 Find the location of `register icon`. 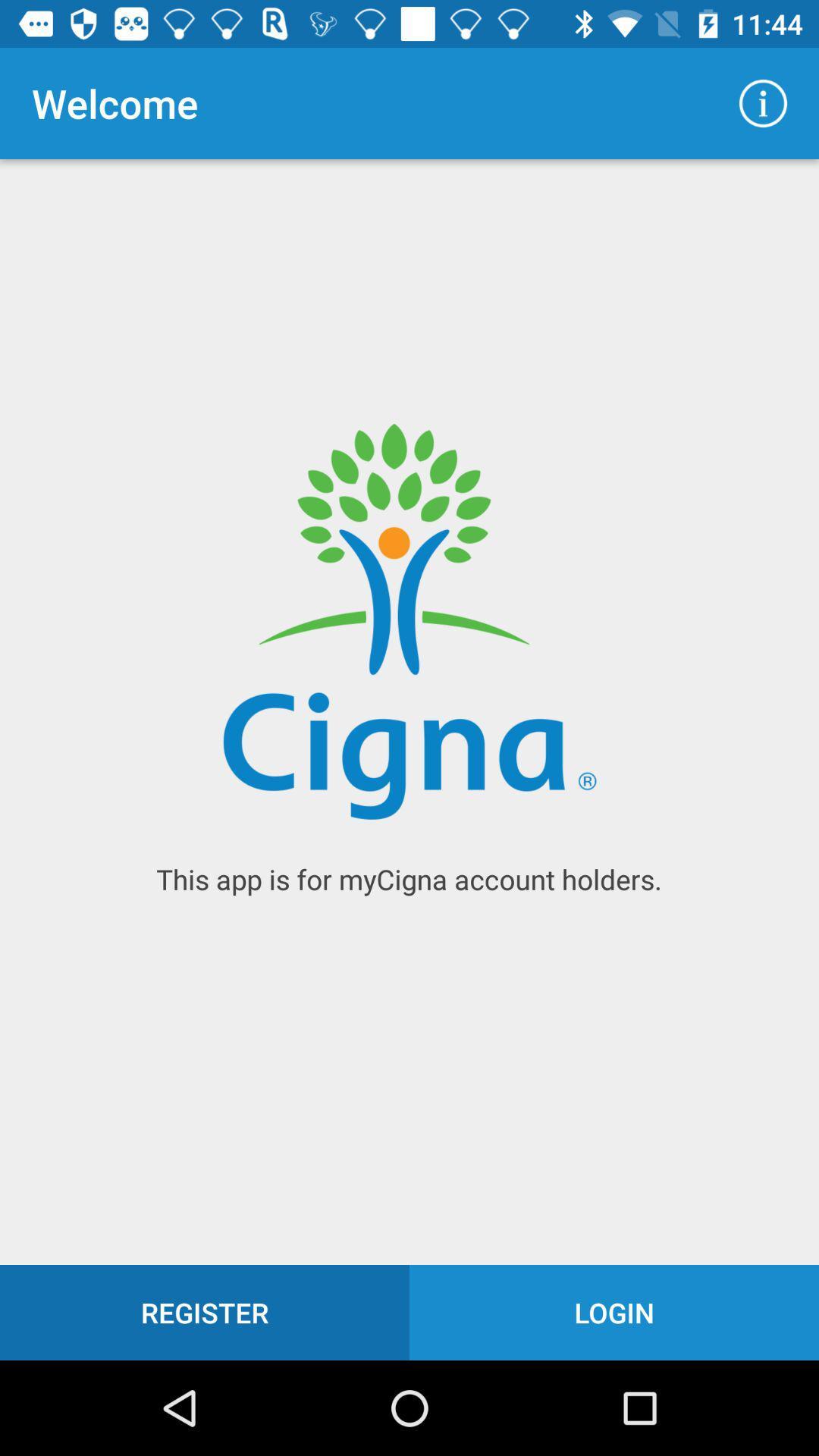

register icon is located at coordinates (205, 1312).